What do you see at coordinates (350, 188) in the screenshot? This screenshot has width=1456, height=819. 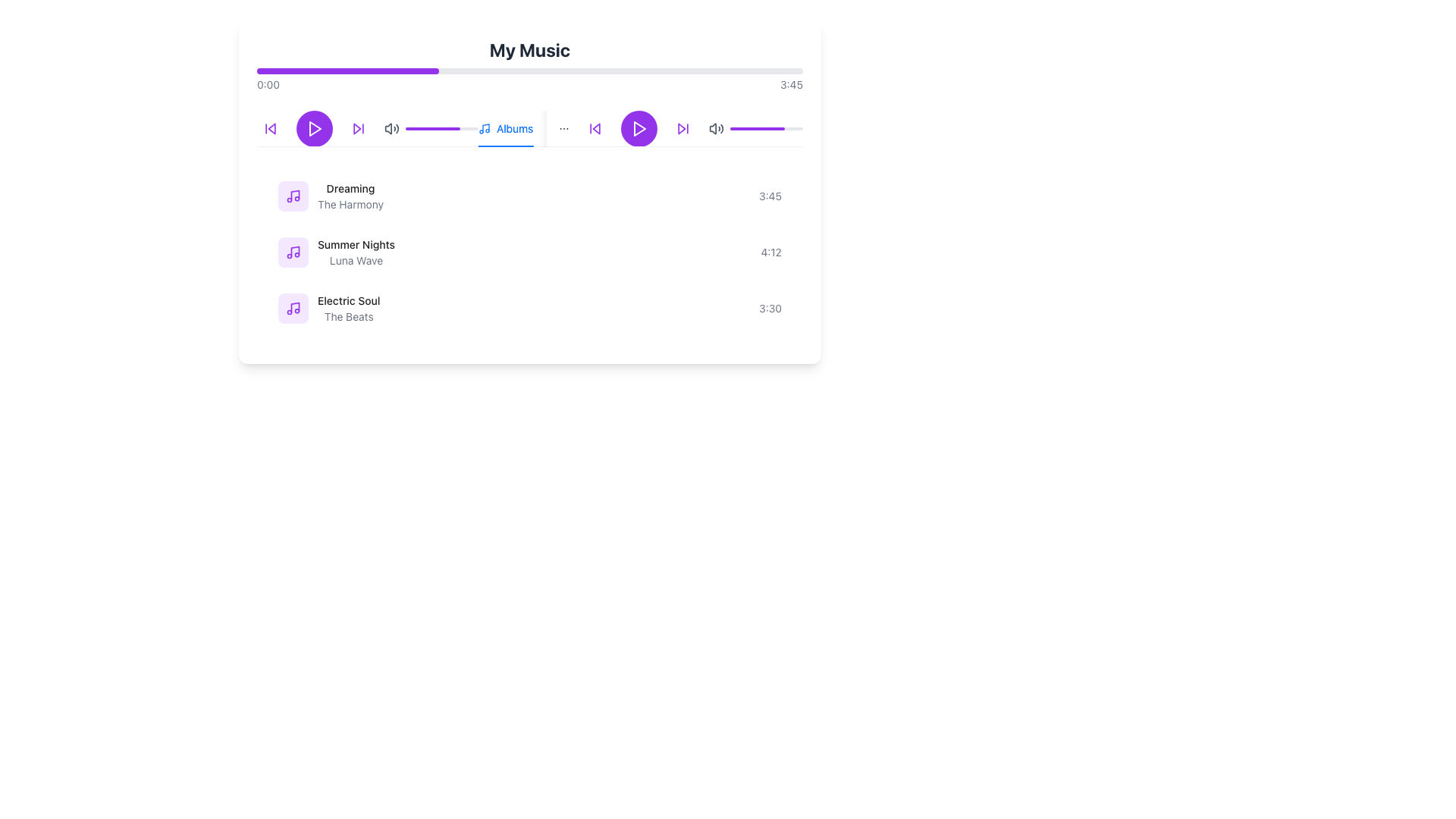 I see `the text label displaying 'Dreaming' which is located under the 'Albums' tab in the music interface` at bounding box center [350, 188].